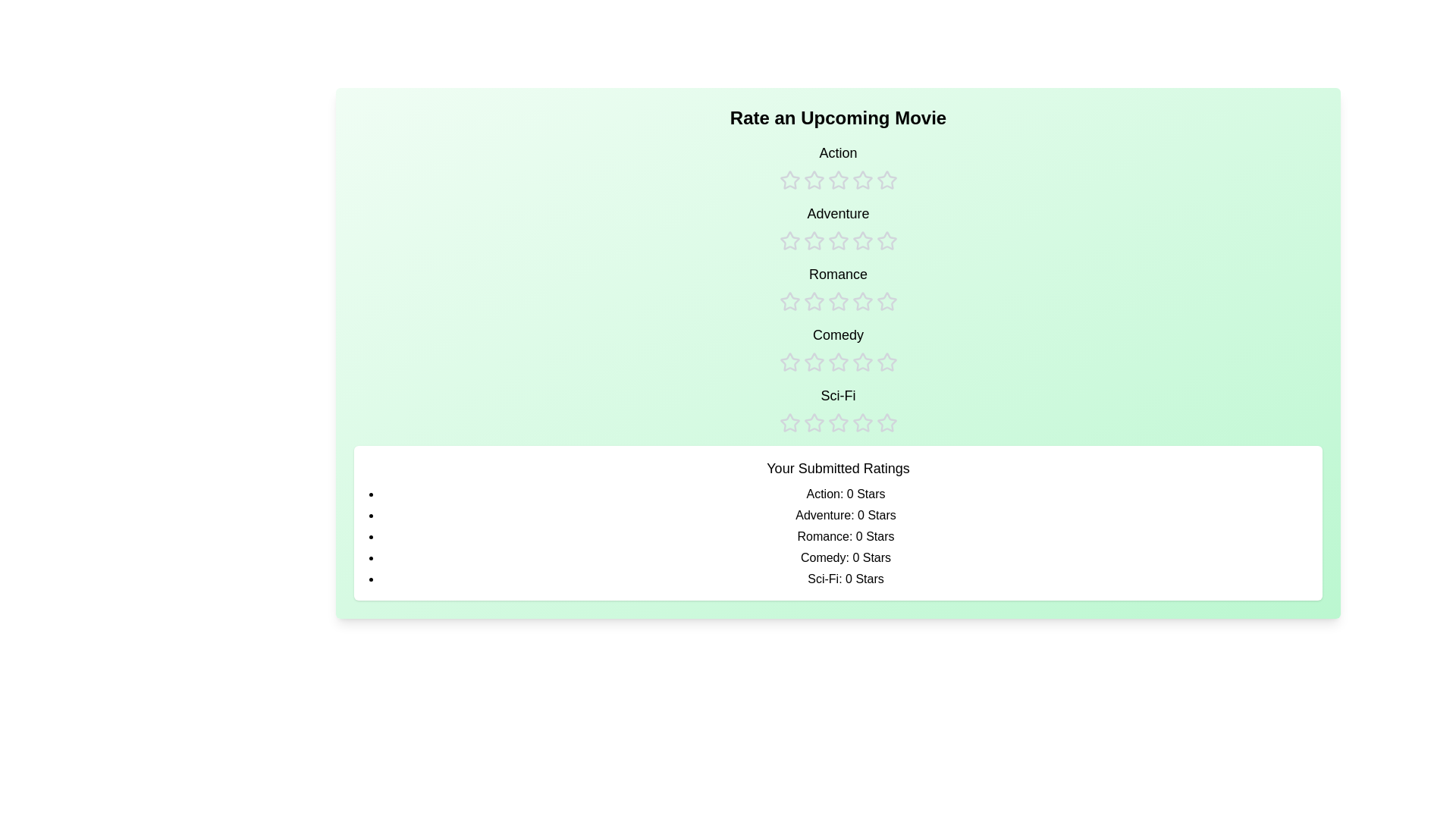  Describe the element at coordinates (886, 409) in the screenshot. I see `the rating for the Sci-Fi category to 5 stars` at that location.